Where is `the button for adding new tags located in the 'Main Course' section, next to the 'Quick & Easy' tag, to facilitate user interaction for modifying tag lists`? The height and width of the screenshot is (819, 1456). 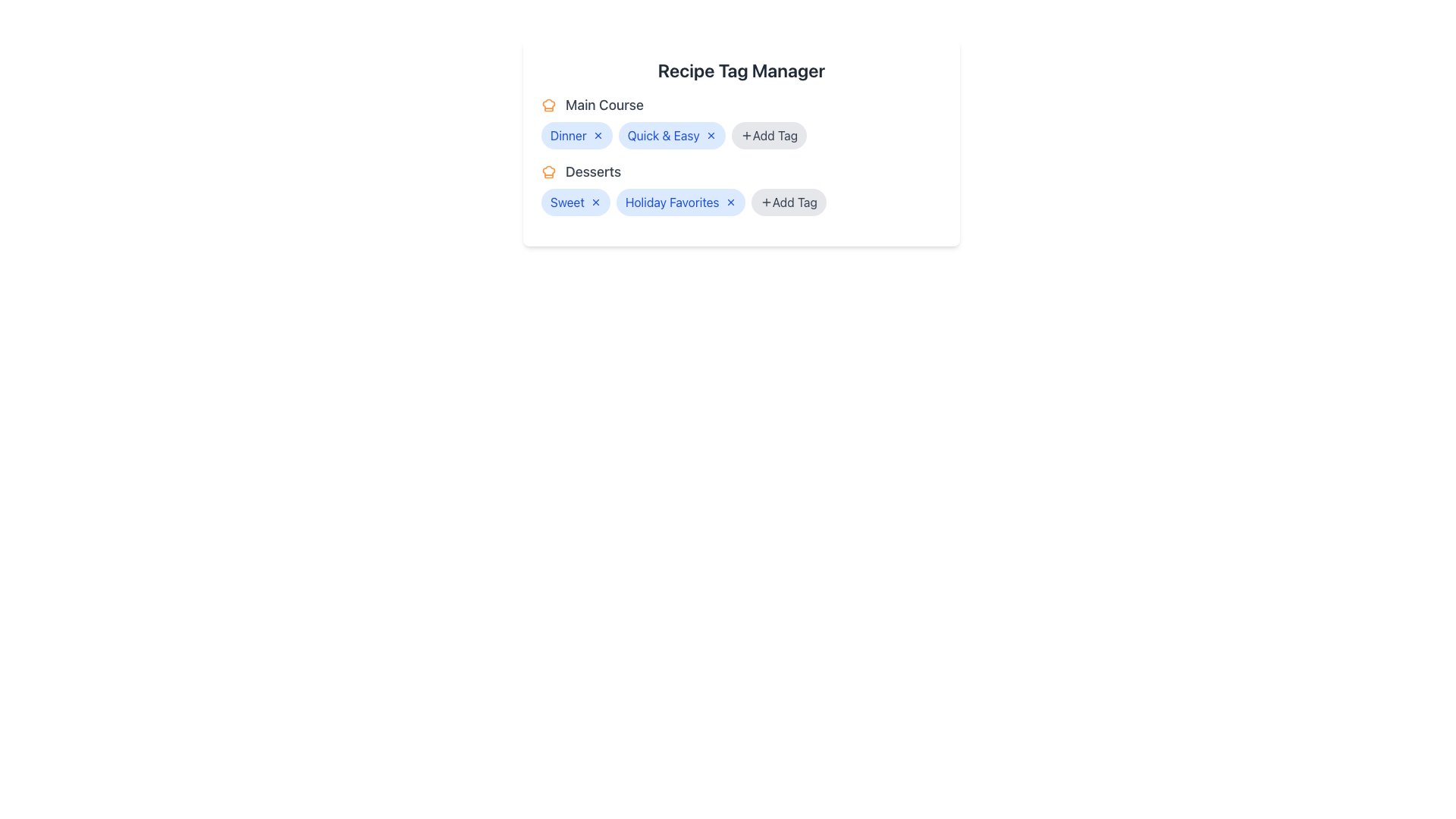
the button for adding new tags located in the 'Main Course' section, next to the 'Quick & Easy' tag, to facilitate user interaction for modifying tag lists is located at coordinates (742, 134).